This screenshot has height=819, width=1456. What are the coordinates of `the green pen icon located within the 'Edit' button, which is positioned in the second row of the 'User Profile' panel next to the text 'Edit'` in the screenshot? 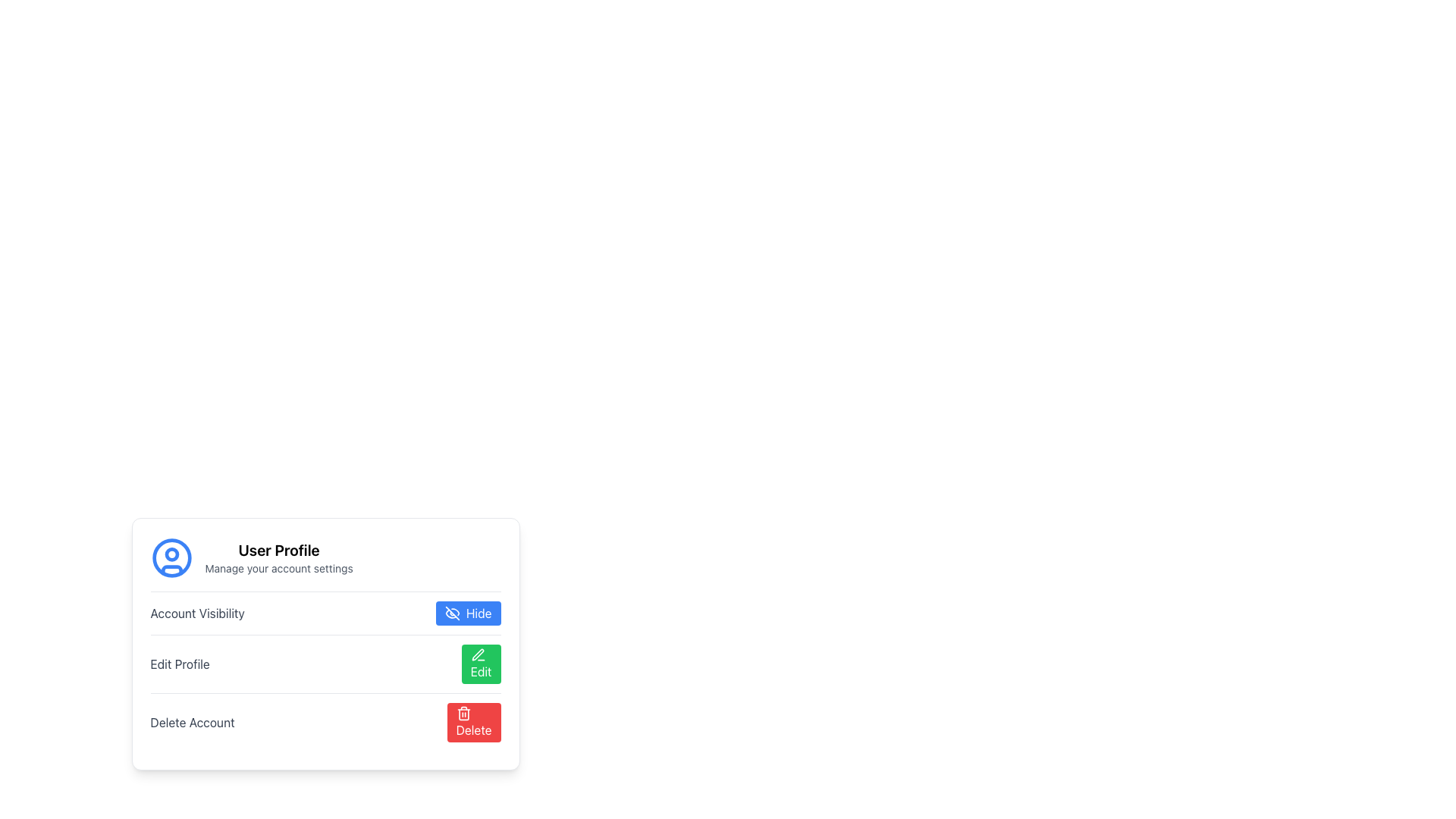 It's located at (477, 654).